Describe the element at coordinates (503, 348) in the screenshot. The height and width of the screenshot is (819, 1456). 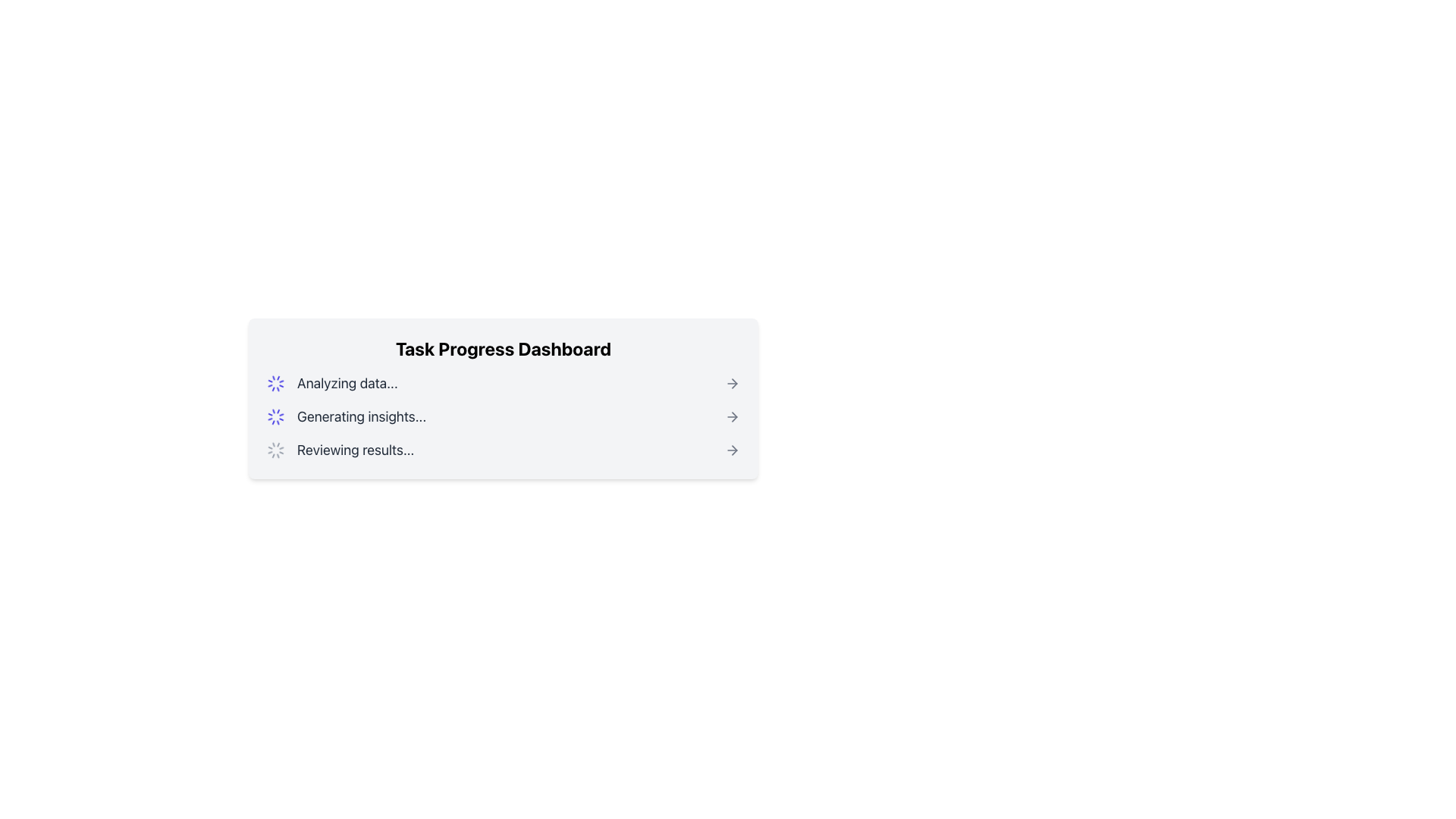
I see `text content of the top-centered Text Header that summarizes the dashboard's purpose and content` at that location.